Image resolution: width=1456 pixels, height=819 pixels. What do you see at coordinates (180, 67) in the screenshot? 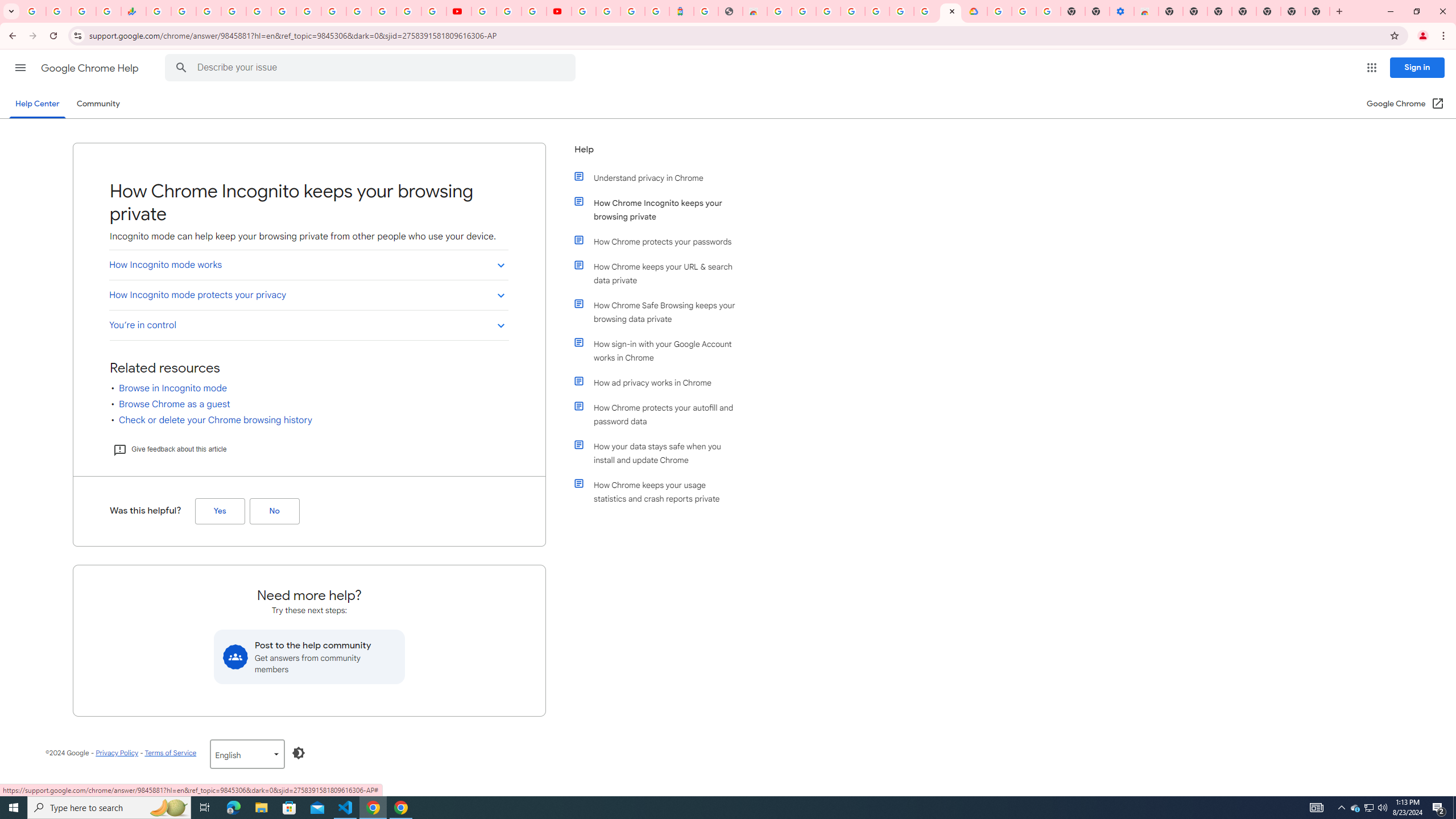
I see `'Search Help Center'` at bounding box center [180, 67].